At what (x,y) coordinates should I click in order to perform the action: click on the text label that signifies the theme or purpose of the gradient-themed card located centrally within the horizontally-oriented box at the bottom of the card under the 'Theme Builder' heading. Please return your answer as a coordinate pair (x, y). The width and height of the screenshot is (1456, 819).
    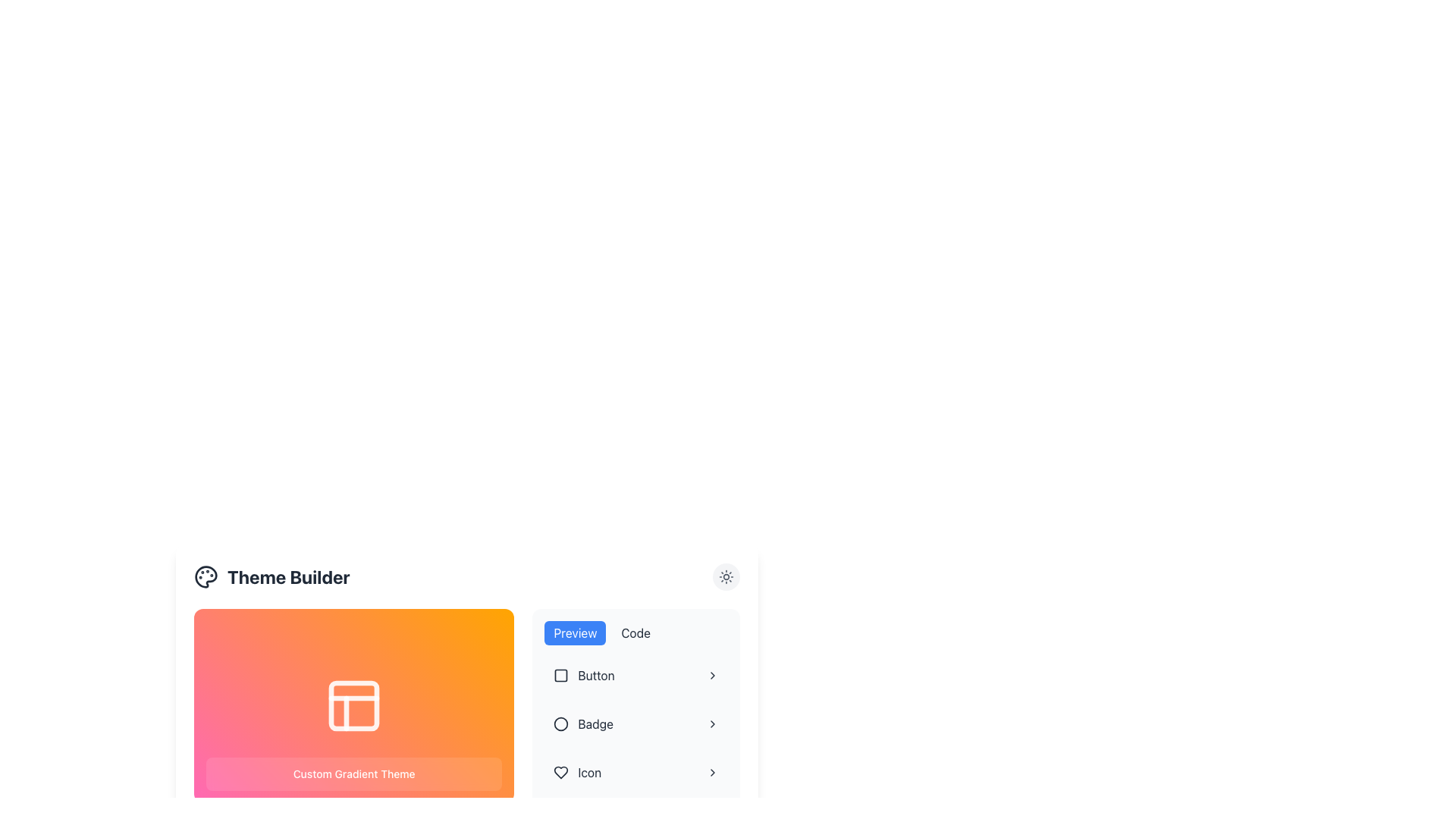
    Looking at the image, I should click on (353, 774).